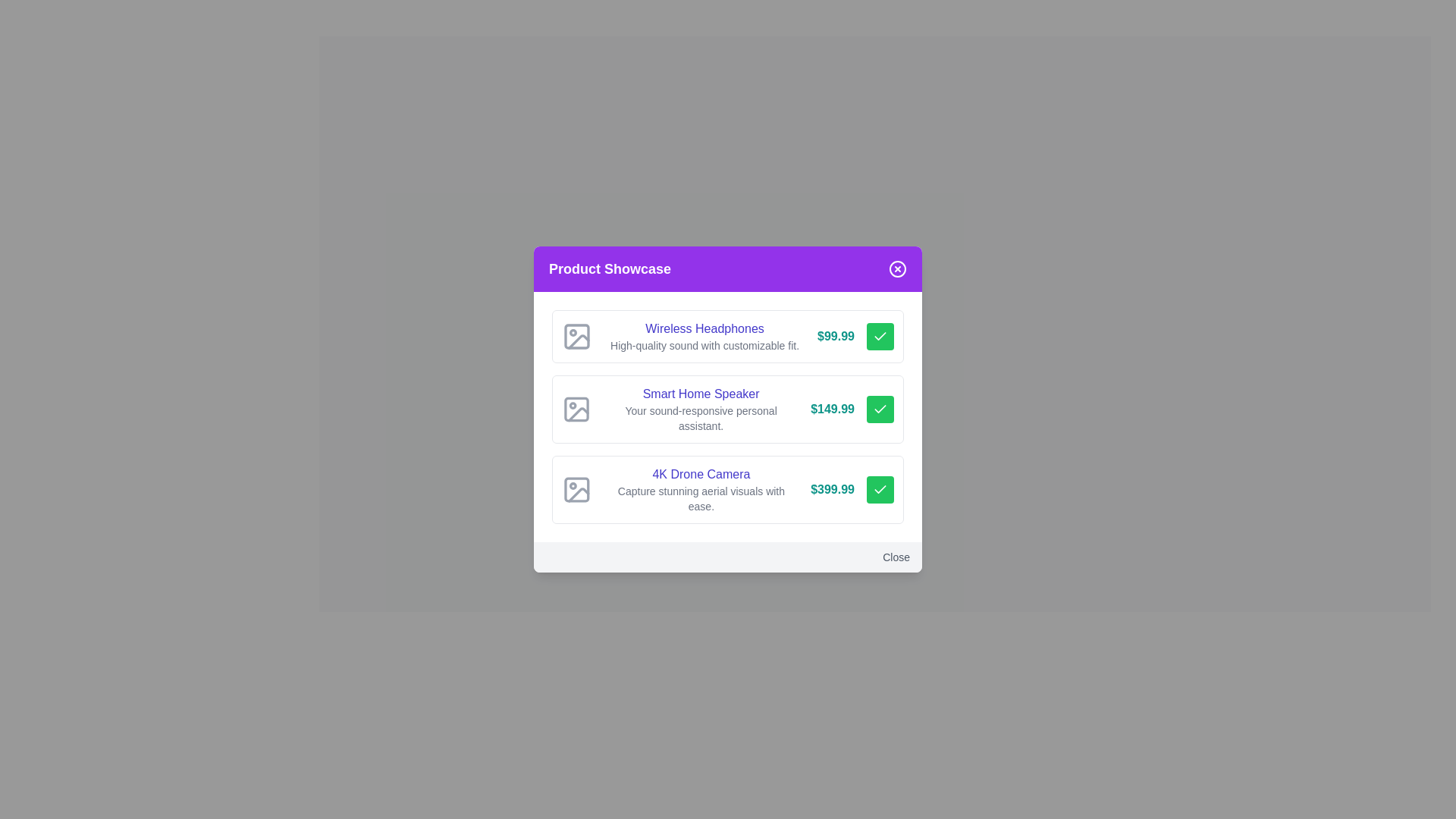  What do you see at coordinates (880, 489) in the screenshot?
I see `the SVG checkmark icon with a green background, which is located inside the bottom-most green button aligned with '4K Drone Camera.'` at bounding box center [880, 489].